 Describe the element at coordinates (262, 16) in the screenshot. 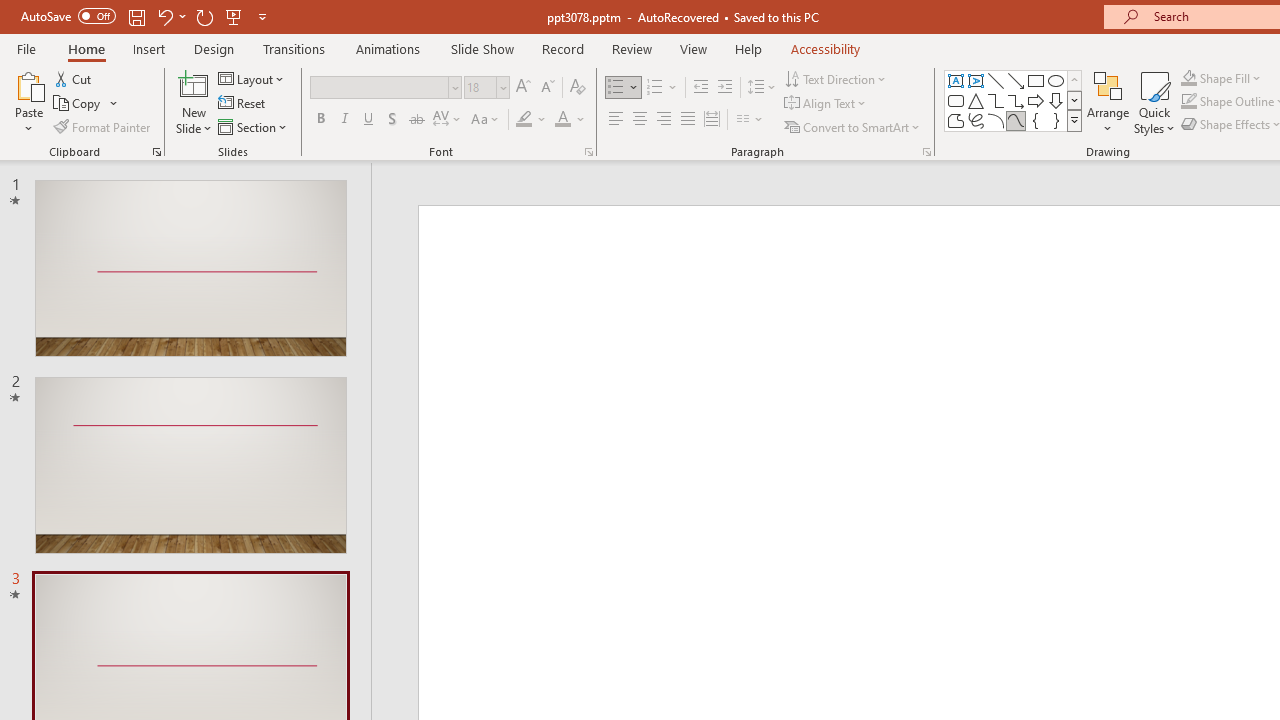

I see `'Customize Quick Access Toolbar'` at that location.